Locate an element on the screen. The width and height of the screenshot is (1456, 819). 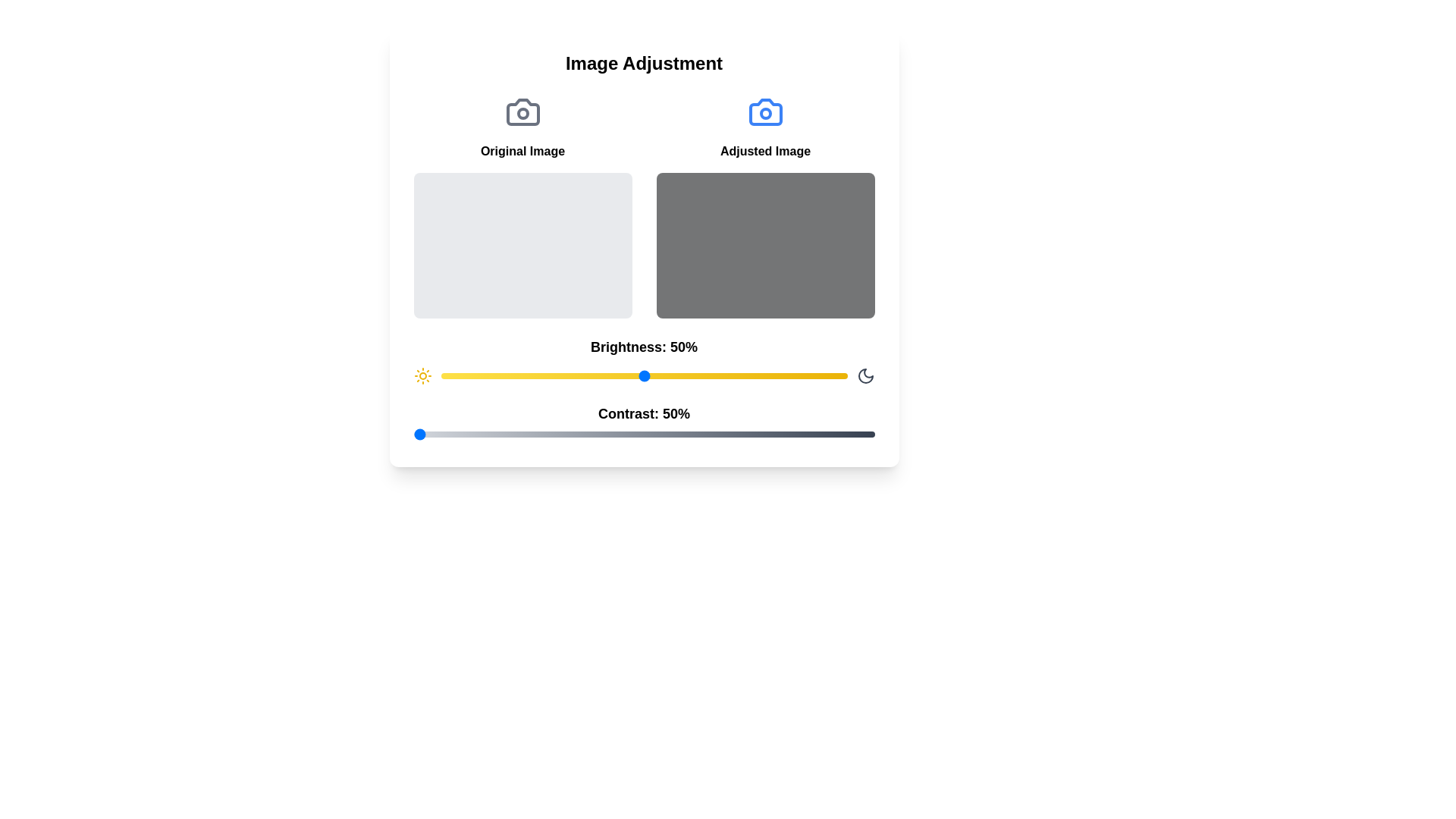
the slider value is located at coordinates (798, 375).